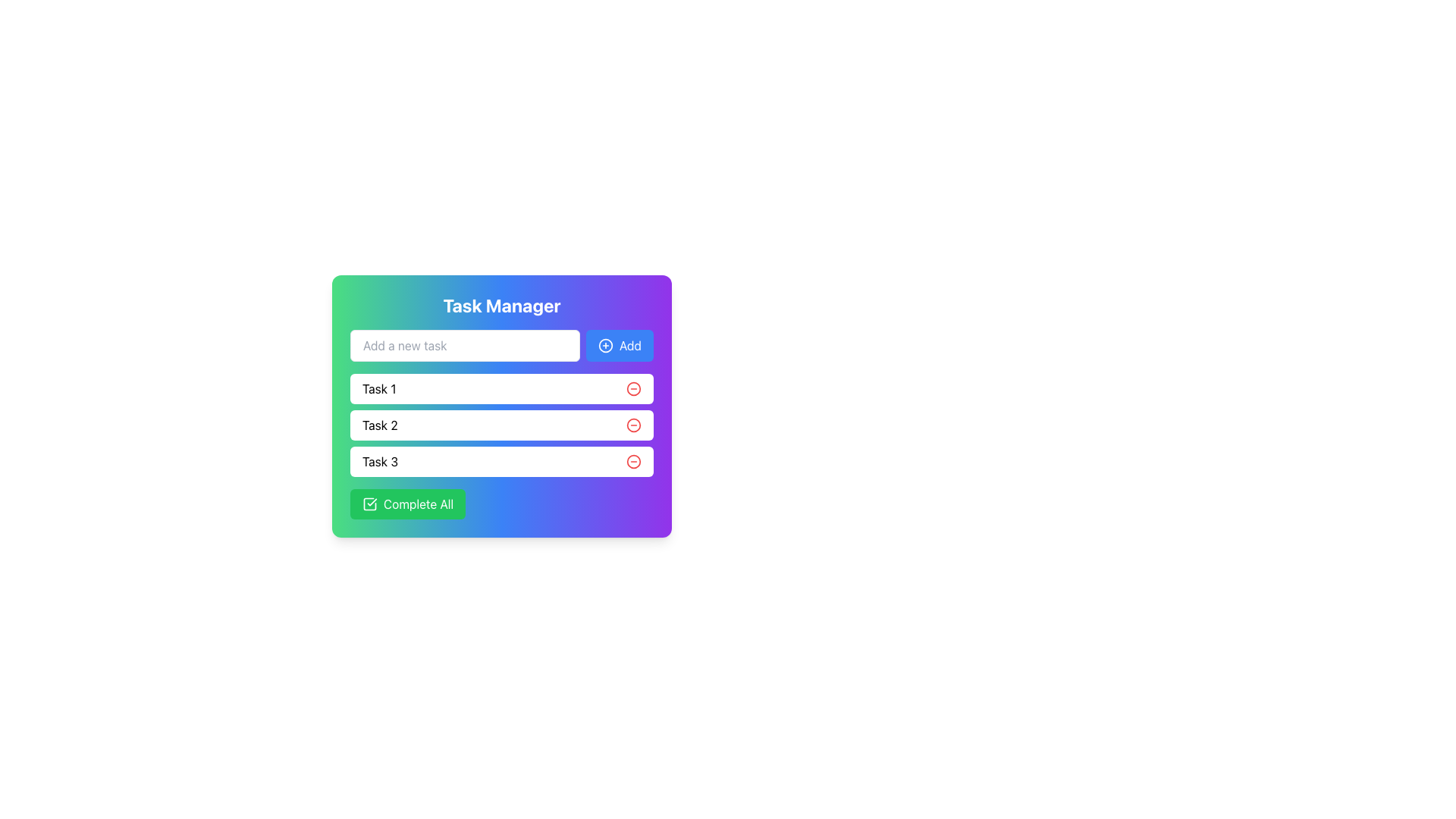  Describe the element at coordinates (604, 345) in the screenshot. I see `the 'Add' button icon which signifies adding a new item, located at the top-right corner of the application interface` at that location.